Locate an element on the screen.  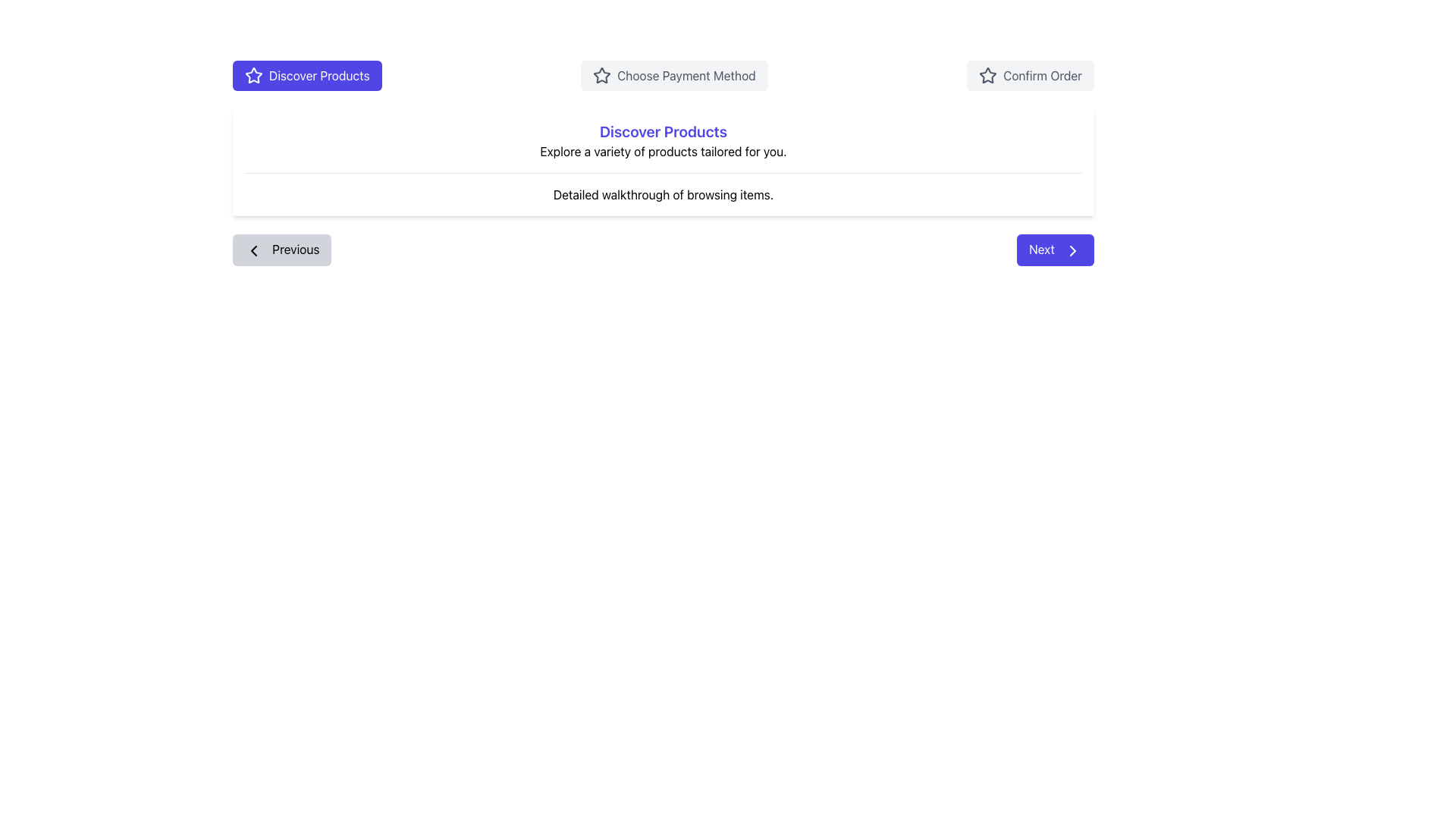
the gray 'Previous' button with a leftward arrow icon located on the left side of the bottom navigation bar is located at coordinates (282, 249).